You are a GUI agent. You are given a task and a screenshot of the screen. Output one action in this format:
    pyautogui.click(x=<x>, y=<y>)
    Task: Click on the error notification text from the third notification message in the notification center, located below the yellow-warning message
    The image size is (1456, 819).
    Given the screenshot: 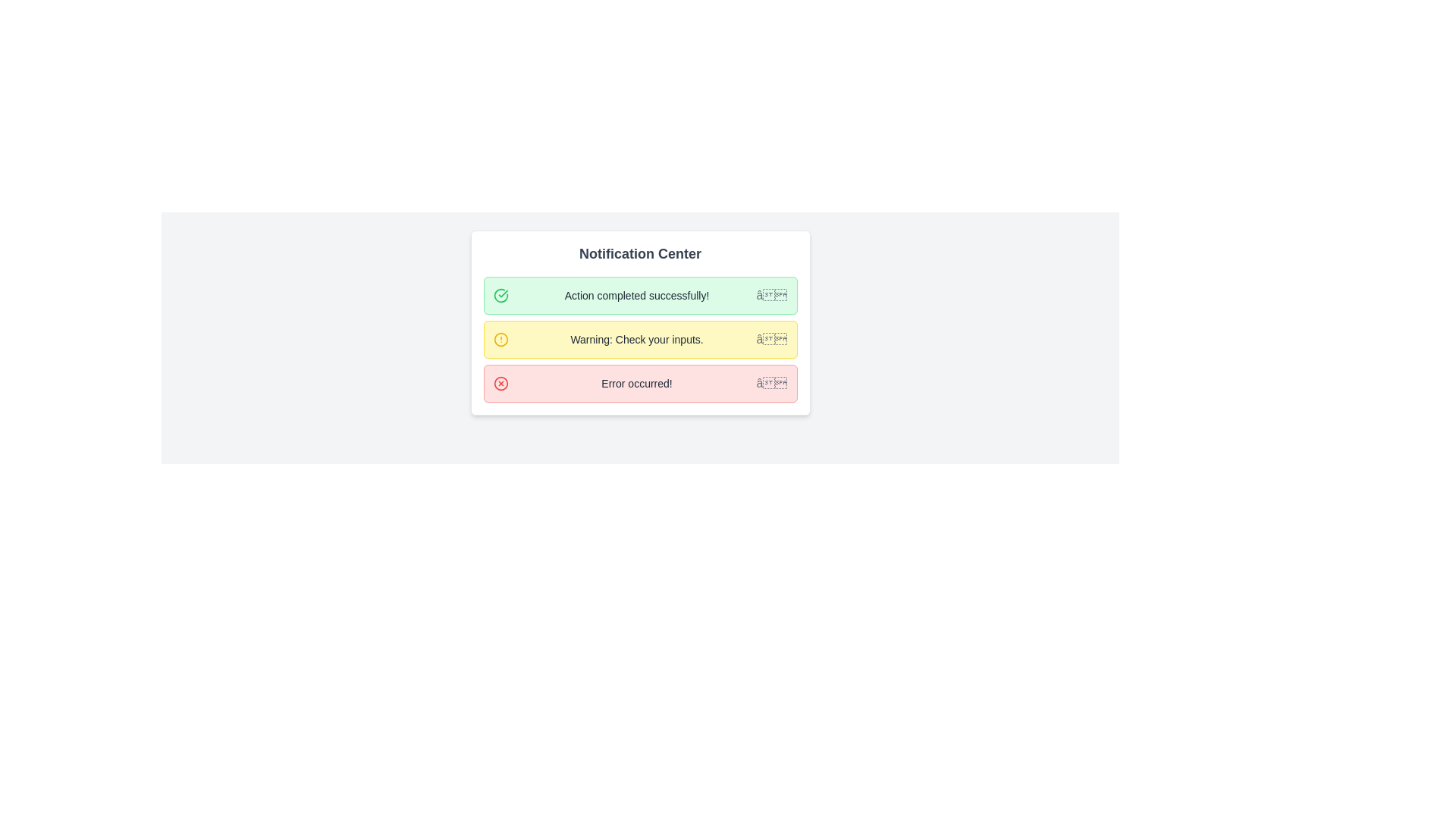 What is the action you would take?
    pyautogui.click(x=640, y=382)
    